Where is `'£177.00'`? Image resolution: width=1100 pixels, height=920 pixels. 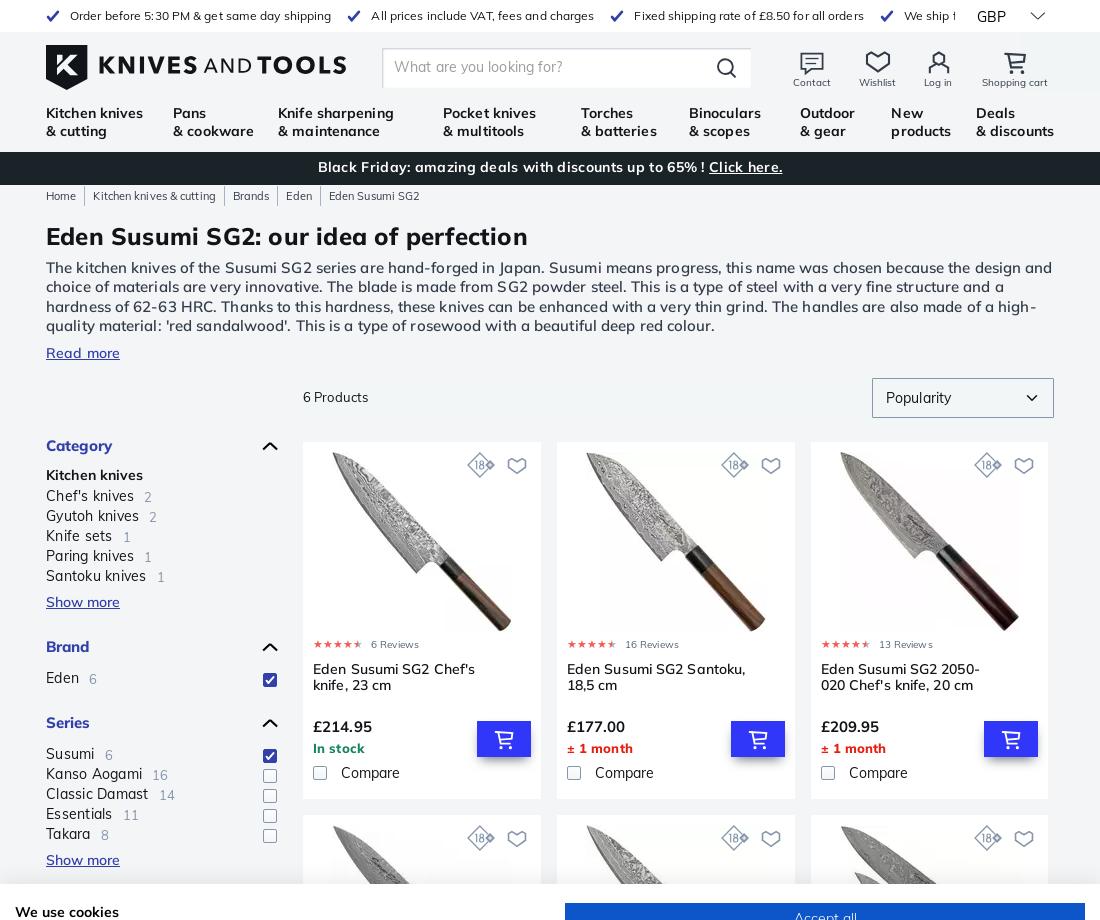 '£177.00' is located at coordinates (594, 725).